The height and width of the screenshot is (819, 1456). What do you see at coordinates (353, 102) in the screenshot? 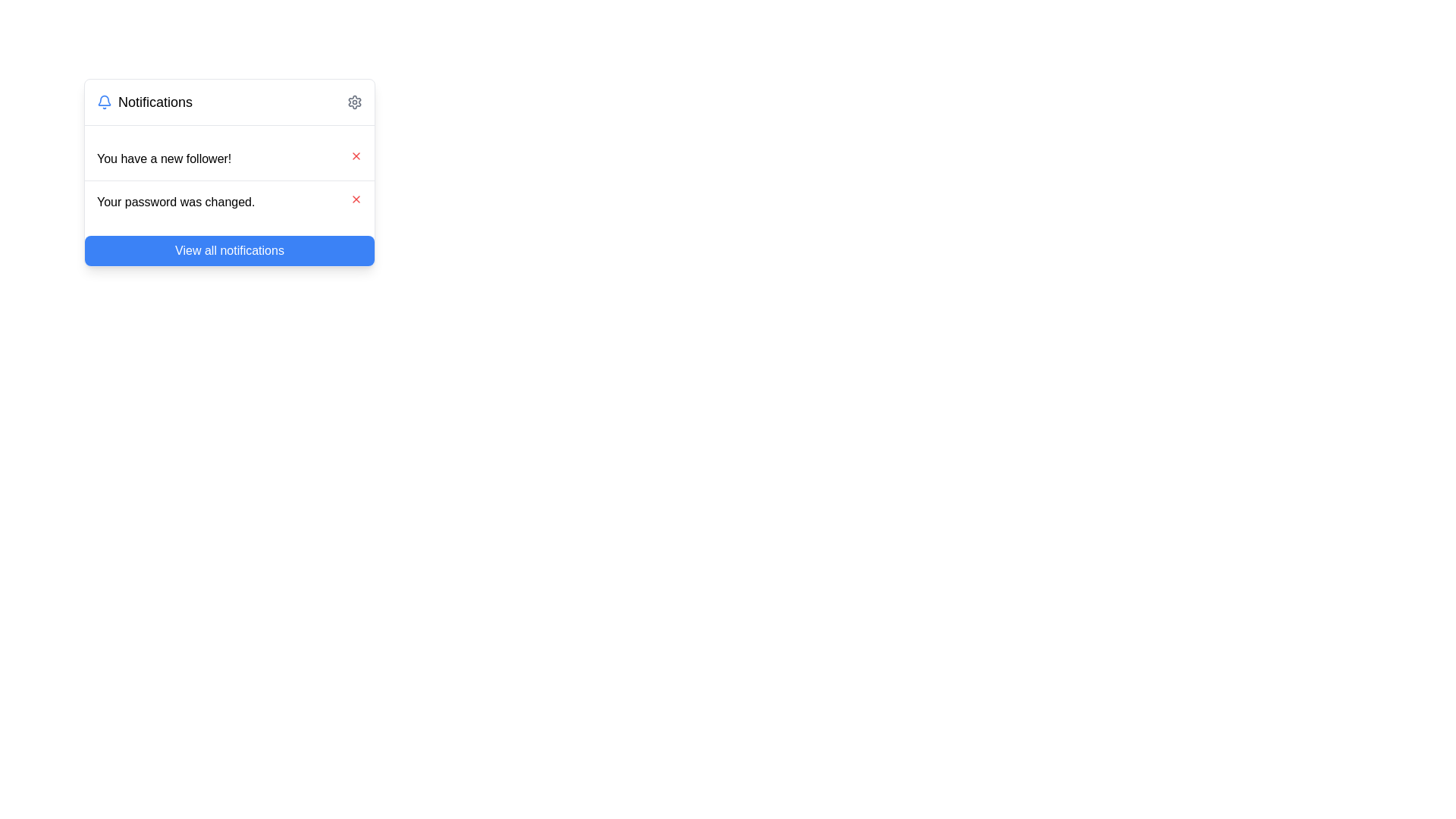
I see `the gear-shaped icon representing the settings option located on the far right of the notification header bar` at bounding box center [353, 102].